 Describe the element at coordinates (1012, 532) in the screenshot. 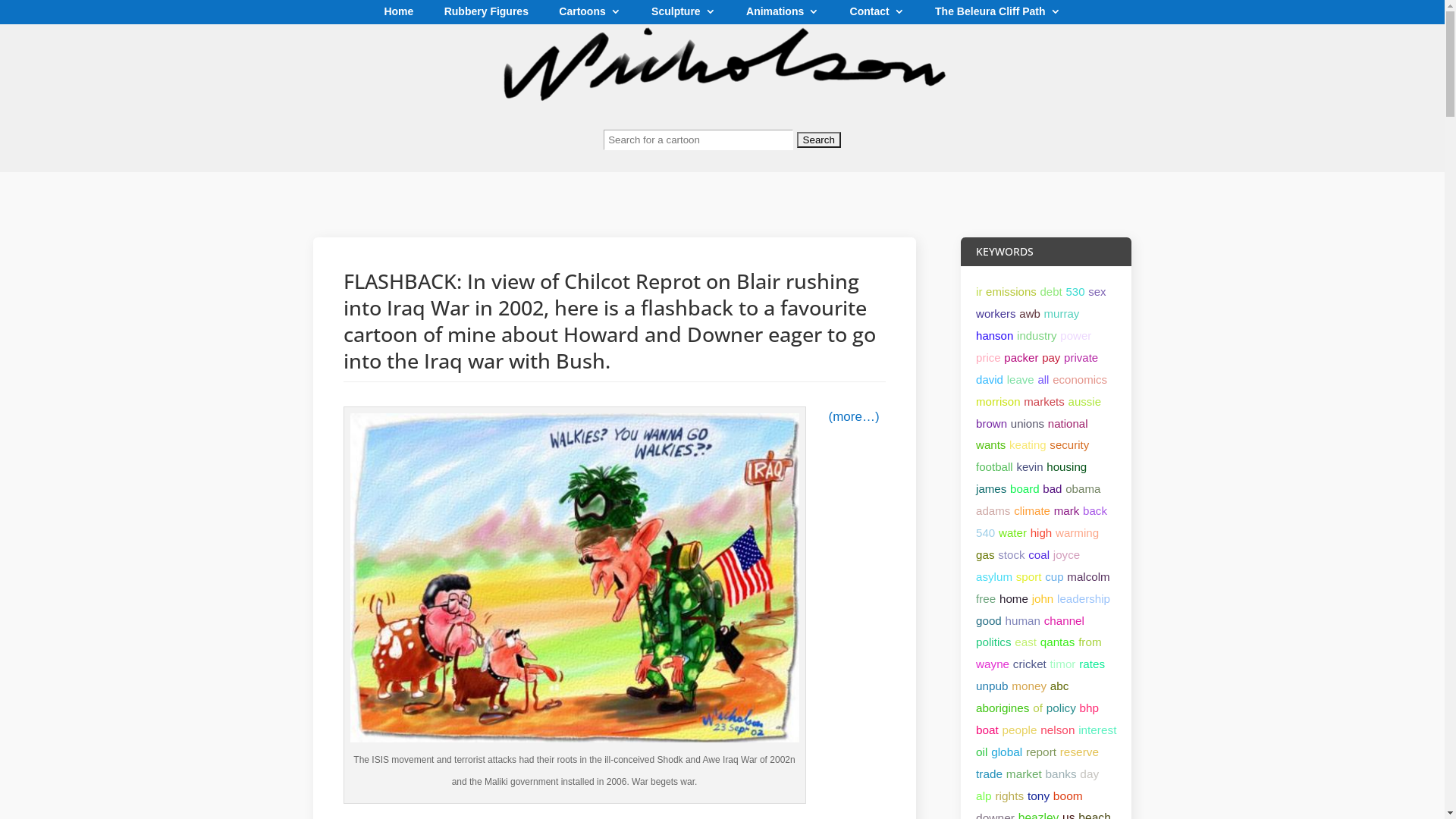

I see `'water'` at that location.